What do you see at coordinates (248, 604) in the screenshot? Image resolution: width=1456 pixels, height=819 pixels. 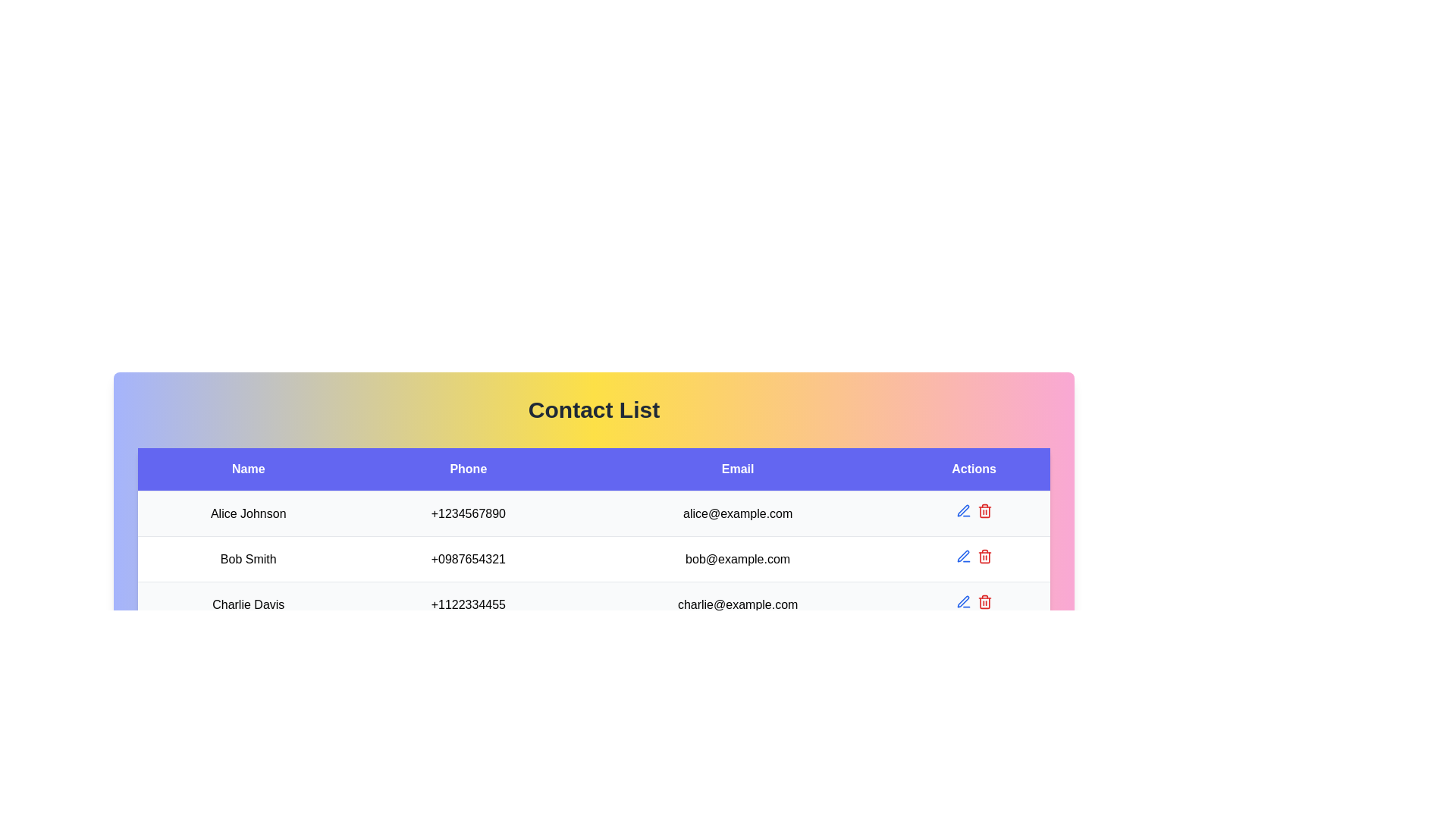 I see `the text element displaying 'Charlie Davis'` at bounding box center [248, 604].